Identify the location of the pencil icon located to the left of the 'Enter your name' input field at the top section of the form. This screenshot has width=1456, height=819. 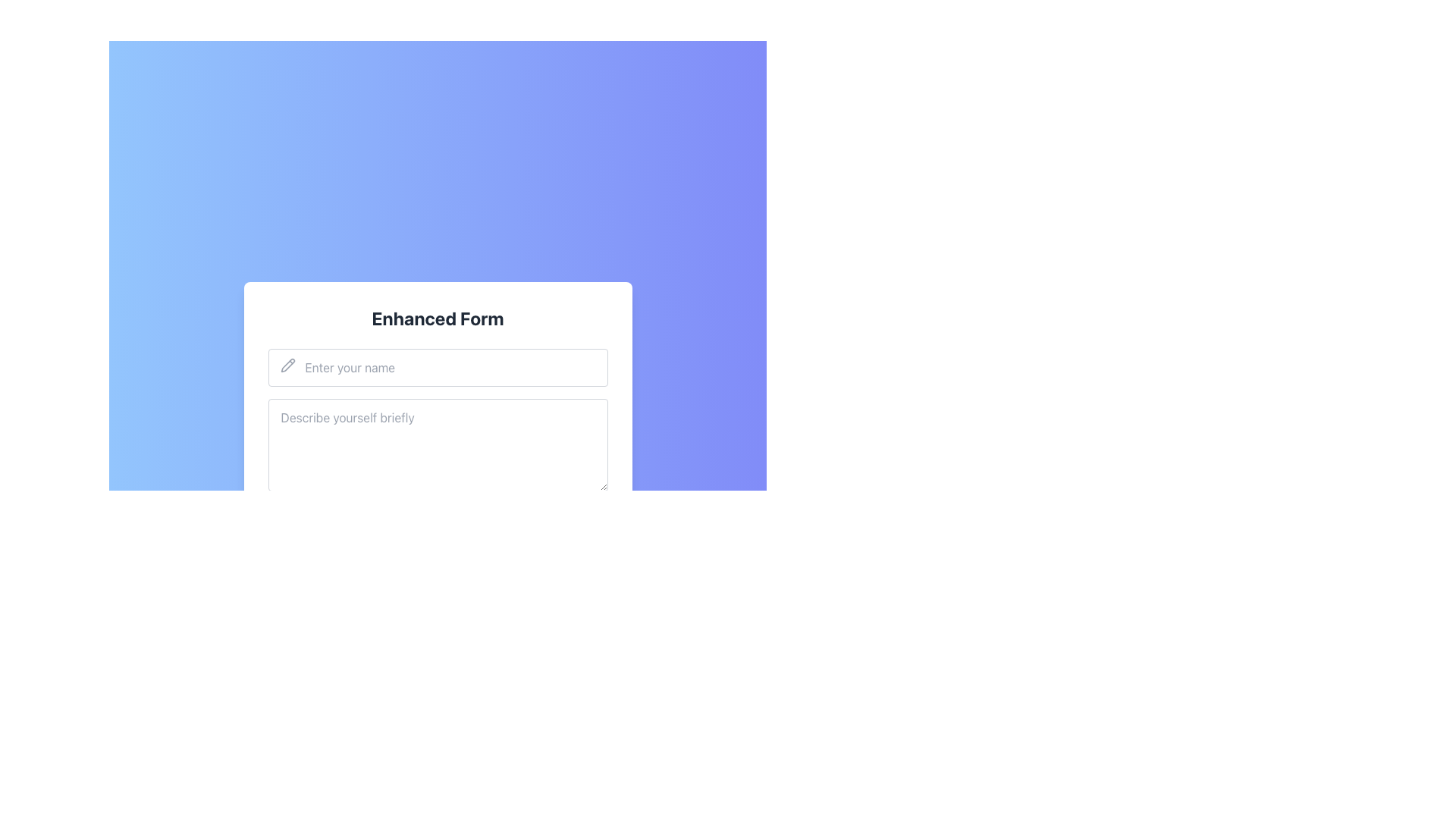
(287, 366).